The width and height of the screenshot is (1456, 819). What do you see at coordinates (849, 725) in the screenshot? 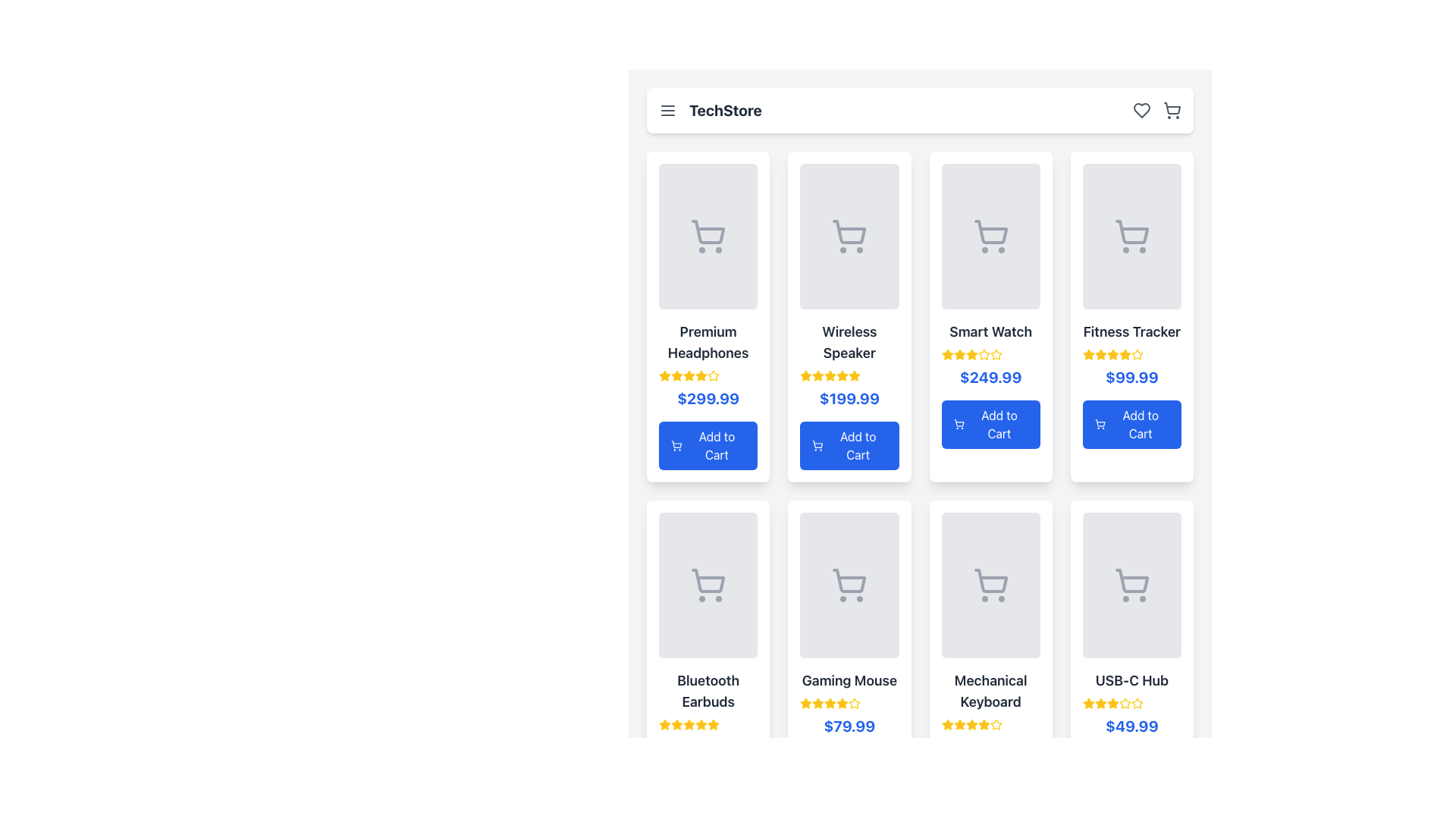
I see `the static text displaying the price '$79.99', which is styled with a bold, extra large font in blue color, located below 'Gaming Mouse' and above the 'Add to Cart' button` at bounding box center [849, 725].